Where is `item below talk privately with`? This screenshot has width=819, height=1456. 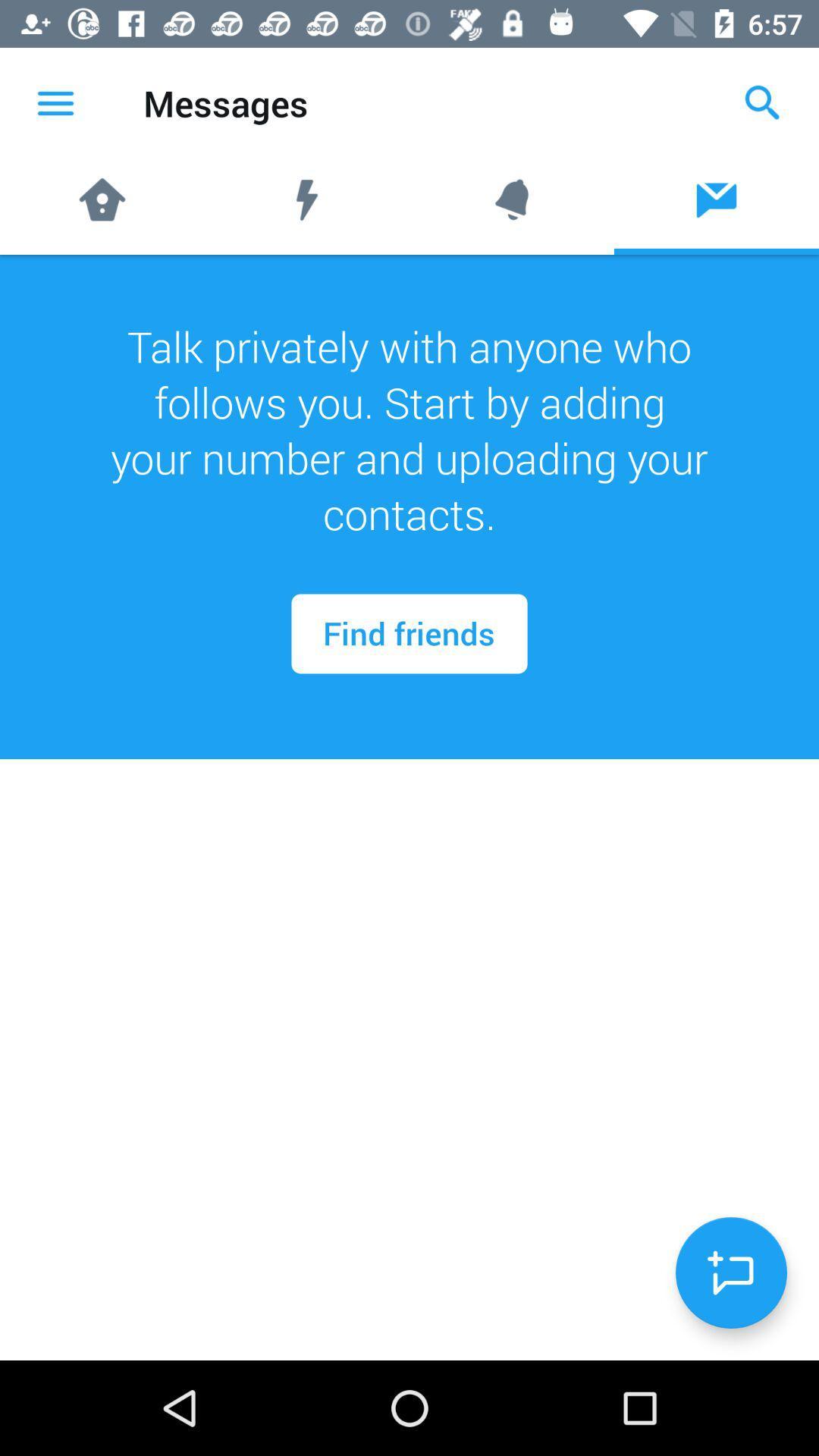 item below talk privately with is located at coordinates (730, 1272).